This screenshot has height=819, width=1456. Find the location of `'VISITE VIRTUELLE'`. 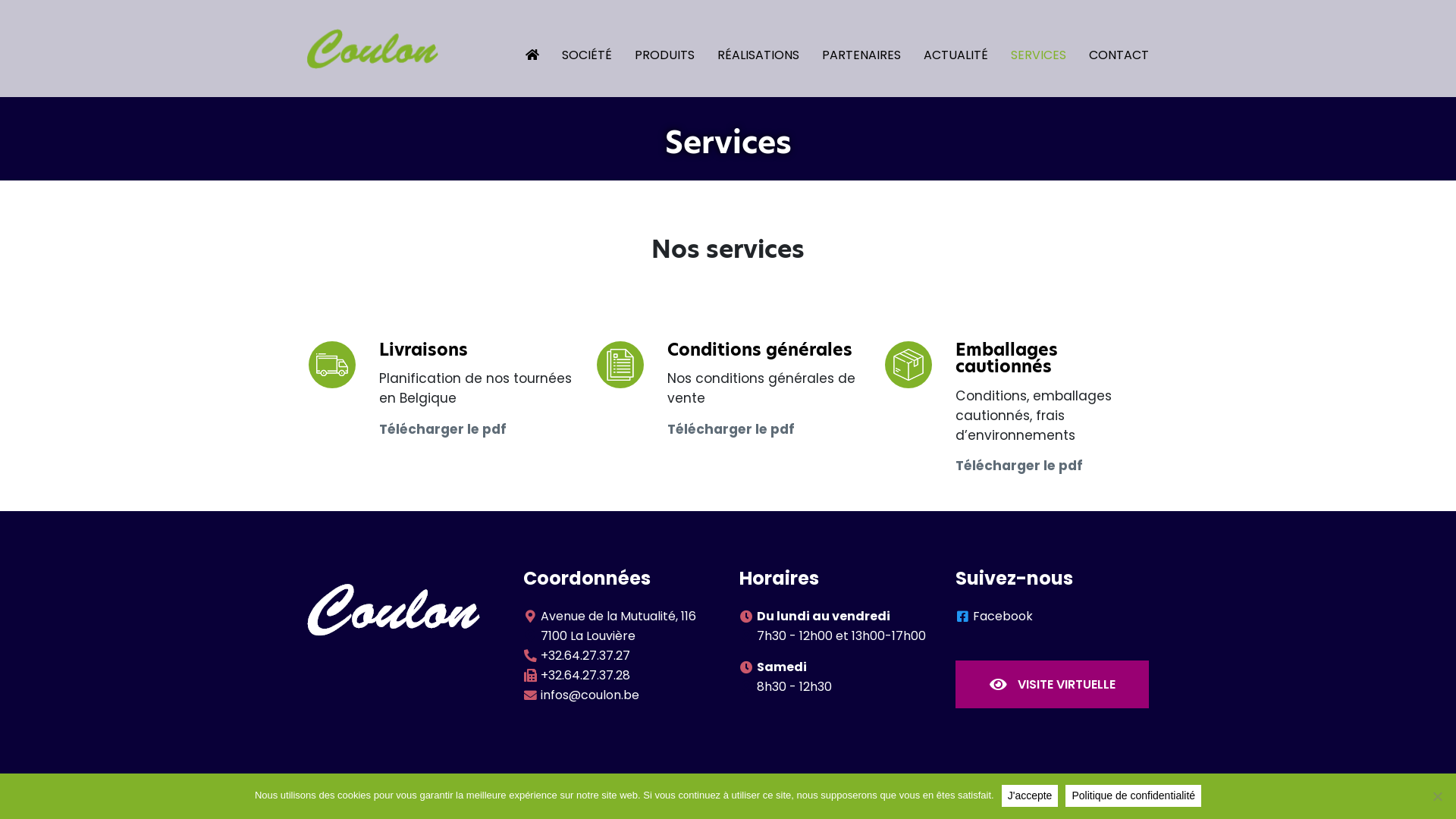

'VISITE VIRTUELLE' is located at coordinates (1051, 684).